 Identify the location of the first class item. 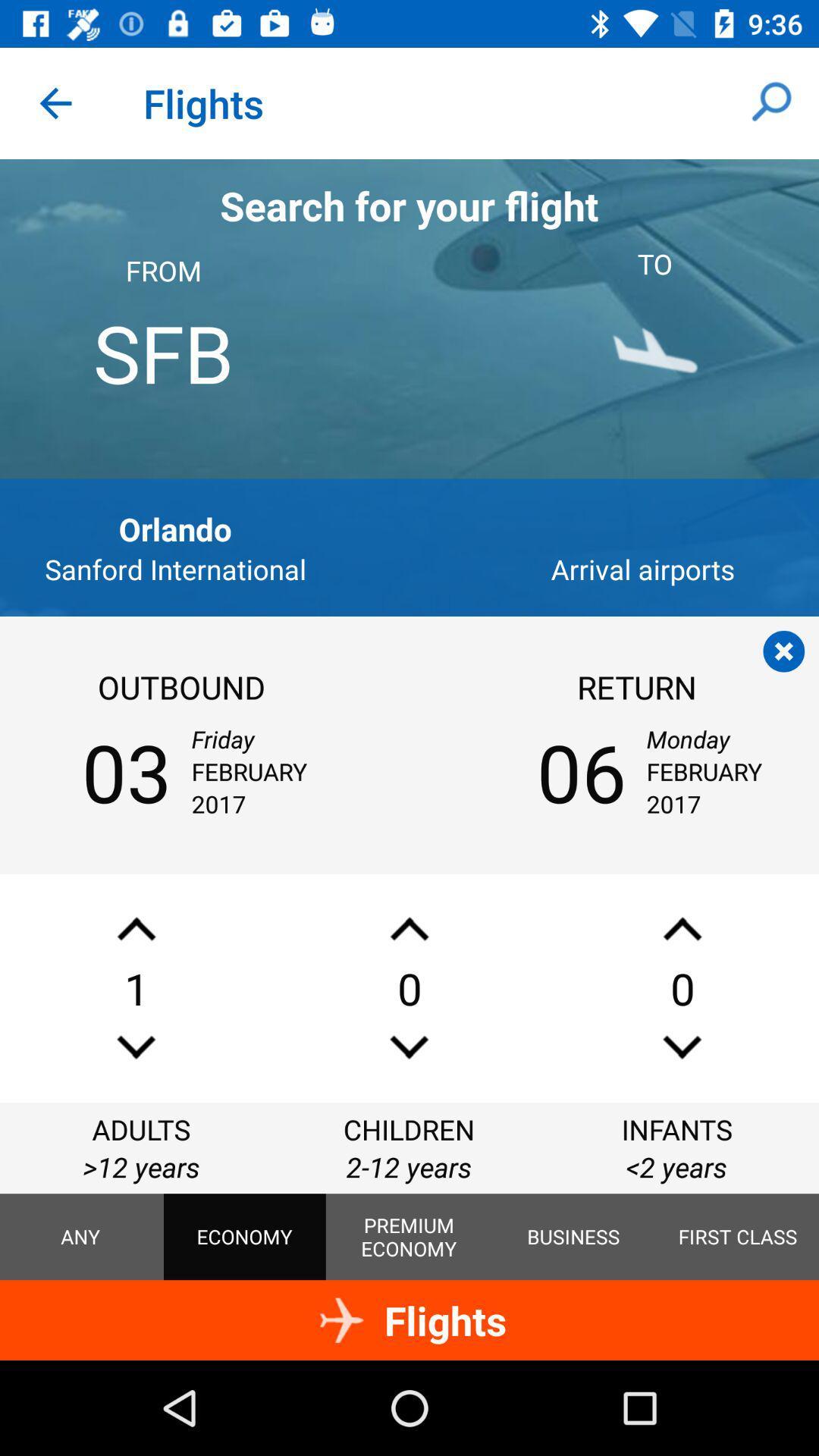
(737, 1237).